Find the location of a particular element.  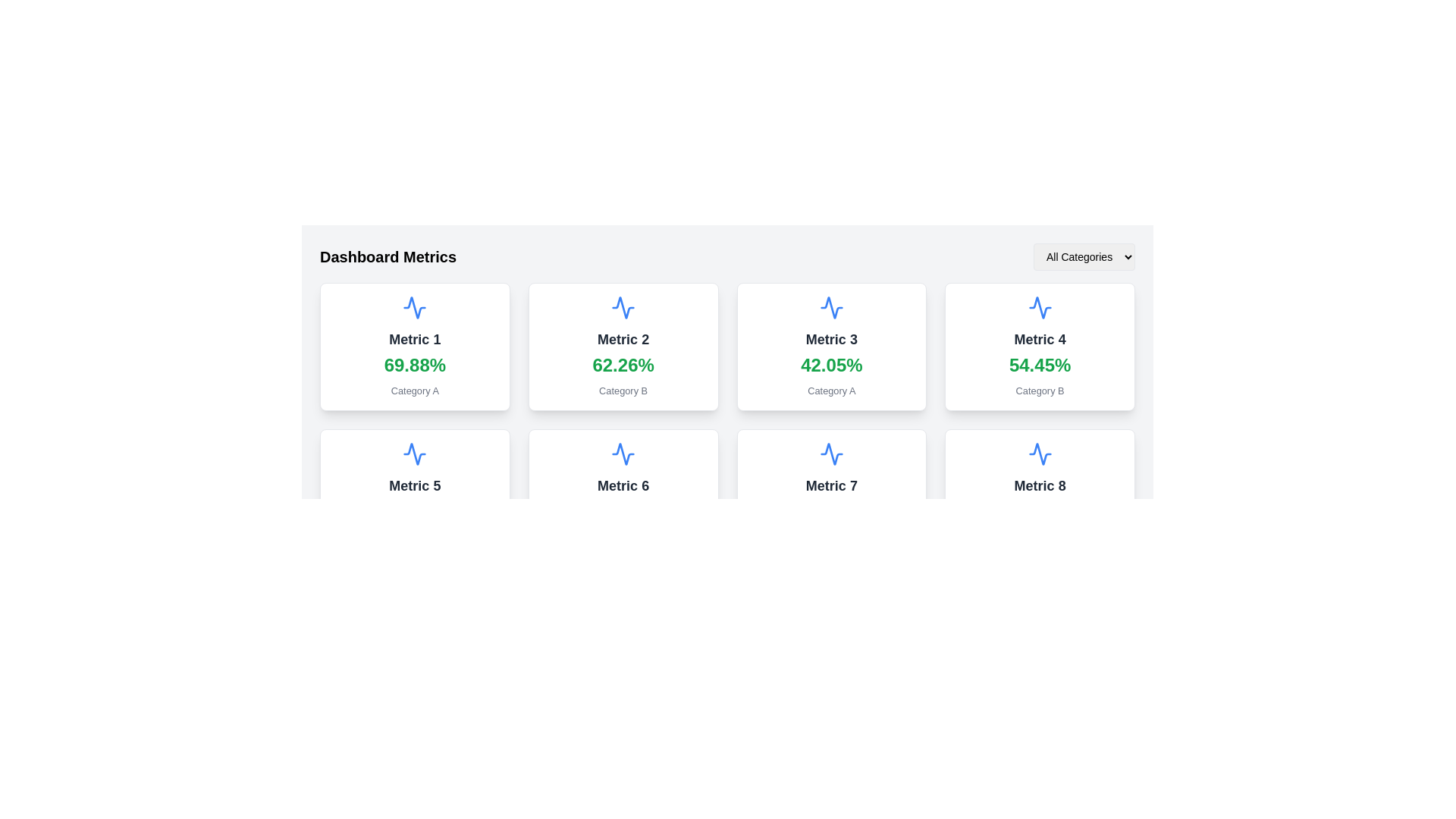

metric properties from the analytical card located in the second row, first column of the grid layout, positioned below 'Metric 1' and to the left of 'Metric 6' is located at coordinates (415, 493).